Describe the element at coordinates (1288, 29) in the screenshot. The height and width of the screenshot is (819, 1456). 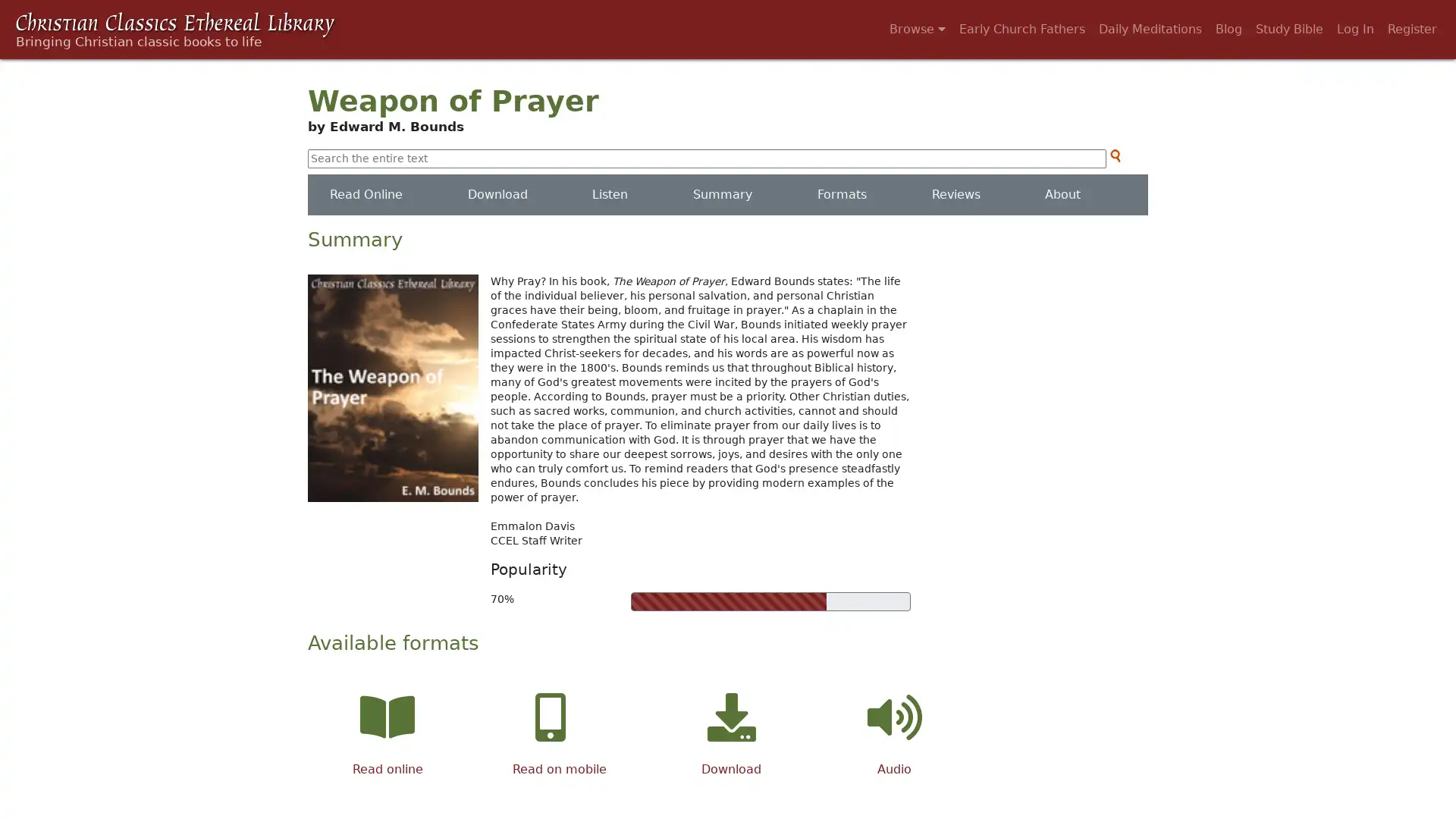
I see `Study Bible` at that location.